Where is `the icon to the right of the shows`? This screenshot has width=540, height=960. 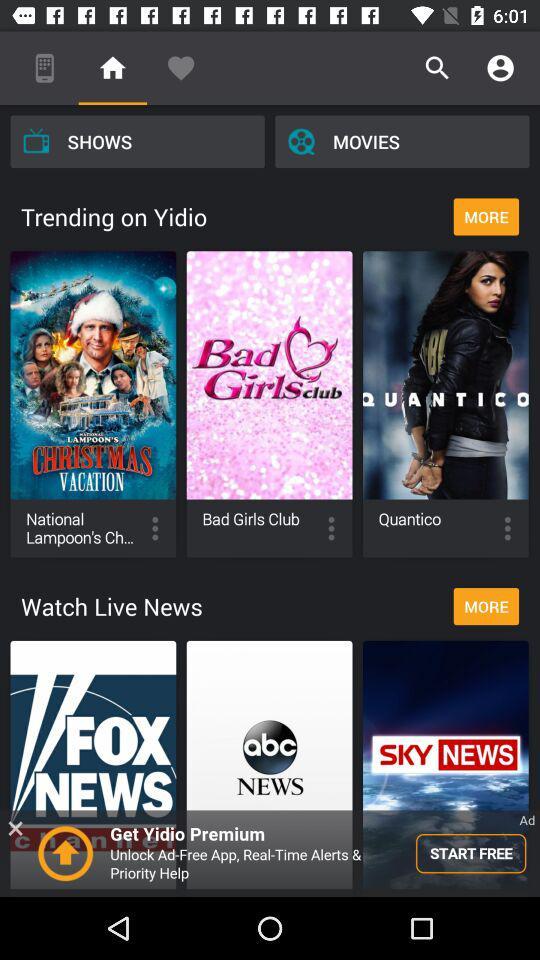
the icon to the right of the shows is located at coordinates (402, 140).